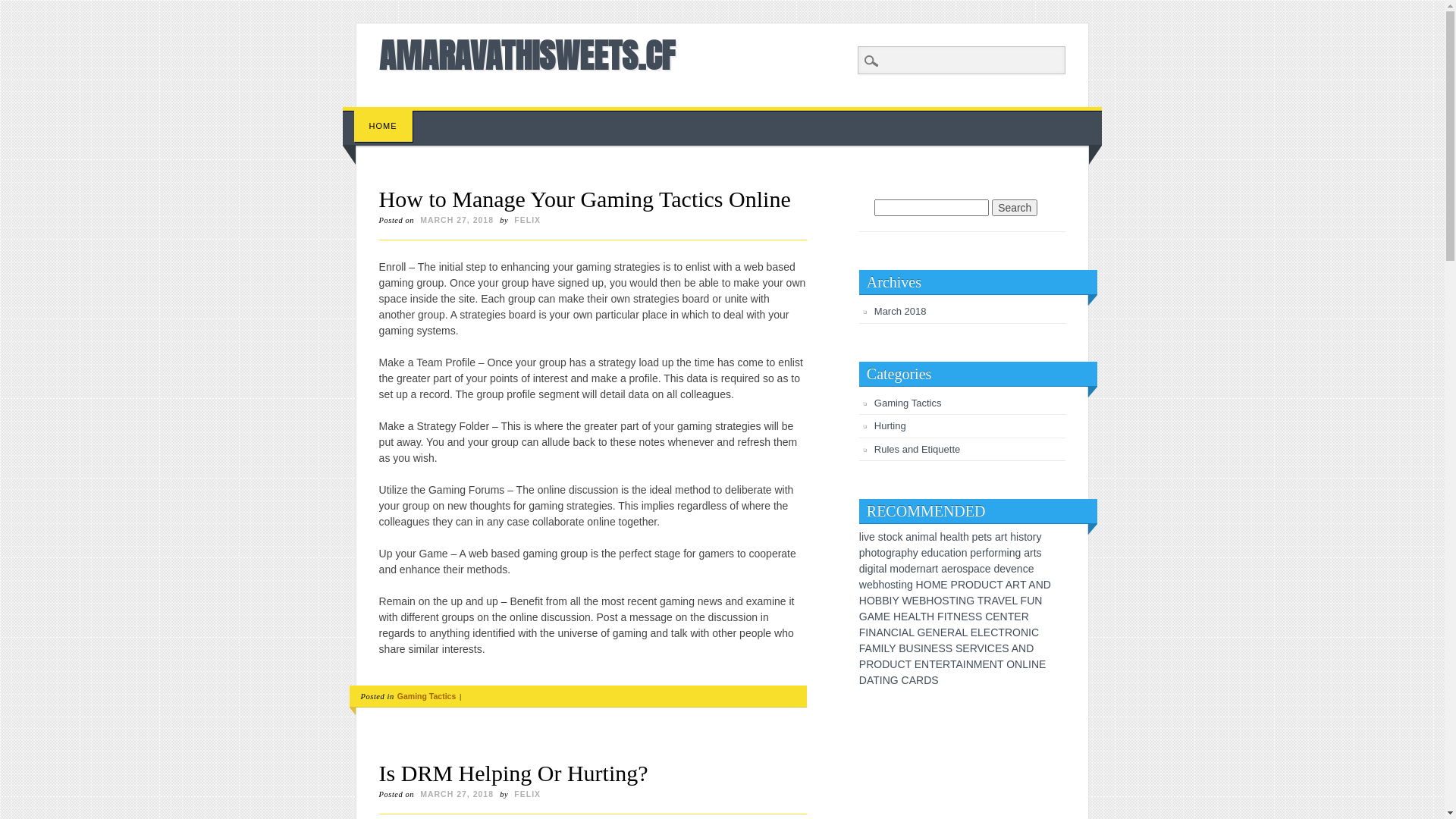 This screenshot has width=1456, height=819. What do you see at coordinates (893, 553) in the screenshot?
I see `'r'` at bounding box center [893, 553].